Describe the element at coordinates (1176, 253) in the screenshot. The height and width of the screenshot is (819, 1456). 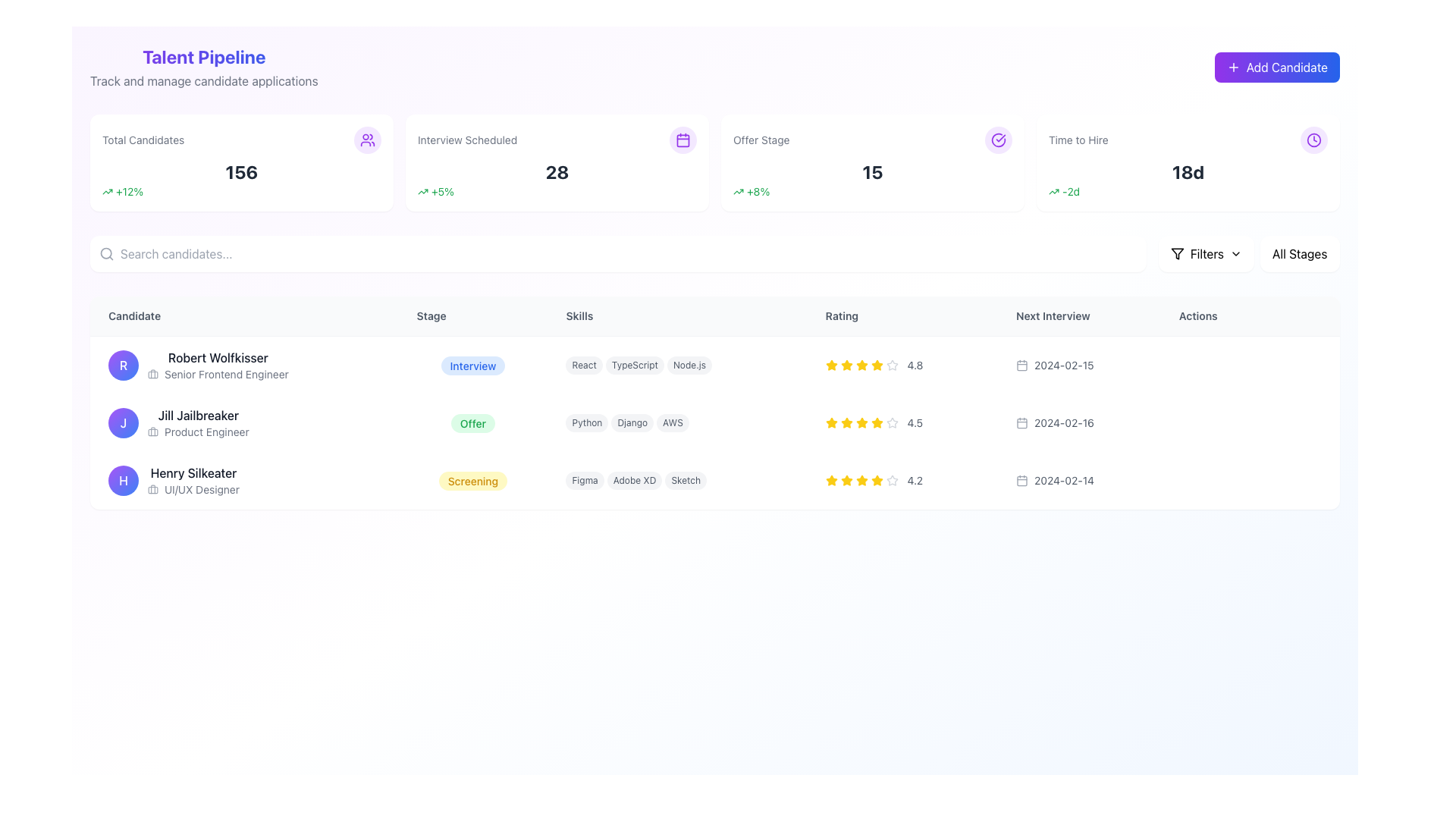
I see `the small filter icon styled as a funnel located inside the rounded button group labeled 'Filters'` at that location.